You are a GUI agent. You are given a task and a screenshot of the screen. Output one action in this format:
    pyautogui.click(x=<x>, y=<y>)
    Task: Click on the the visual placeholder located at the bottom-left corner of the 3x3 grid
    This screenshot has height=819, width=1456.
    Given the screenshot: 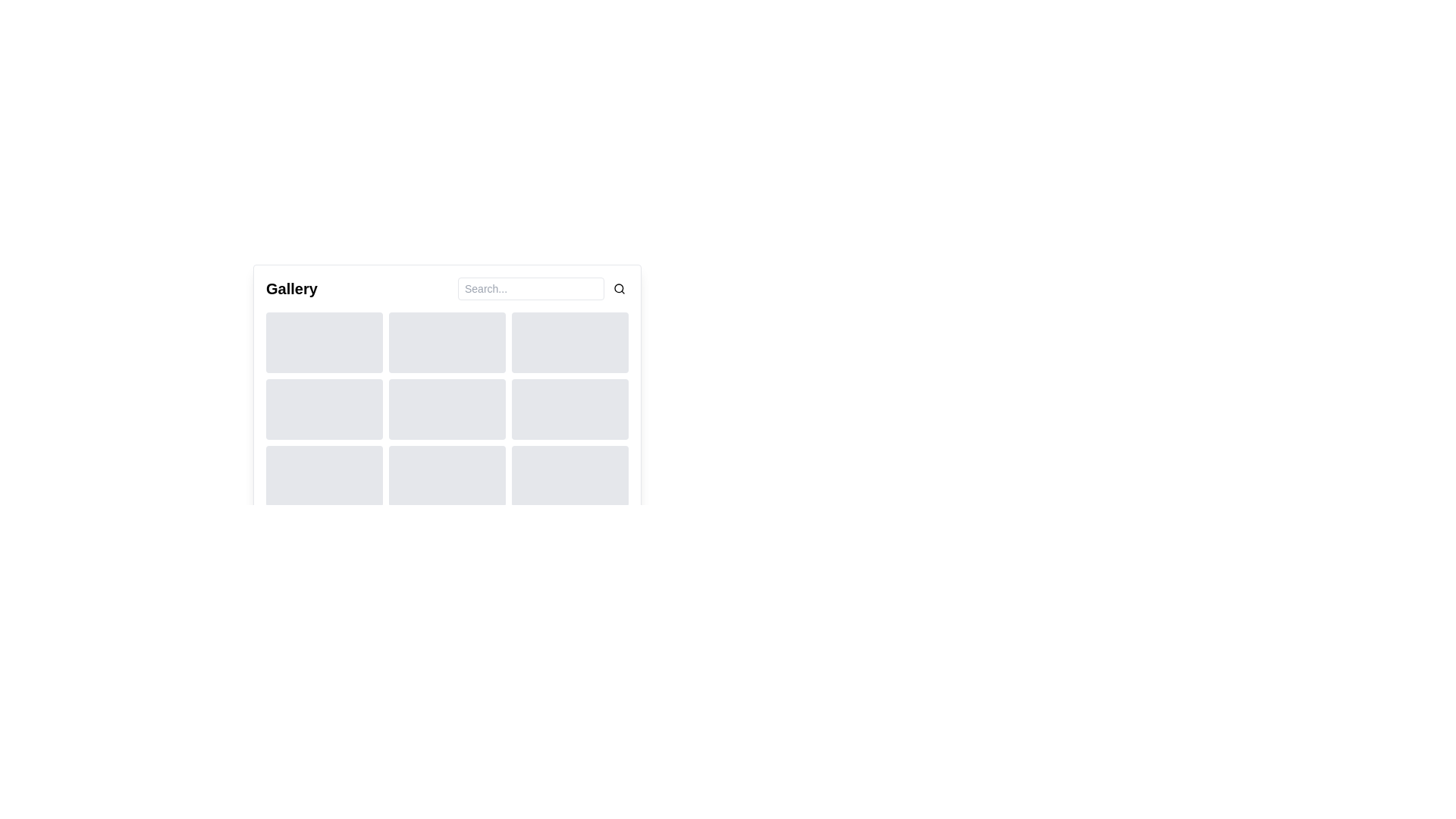 What is the action you would take?
    pyautogui.click(x=323, y=475)
    